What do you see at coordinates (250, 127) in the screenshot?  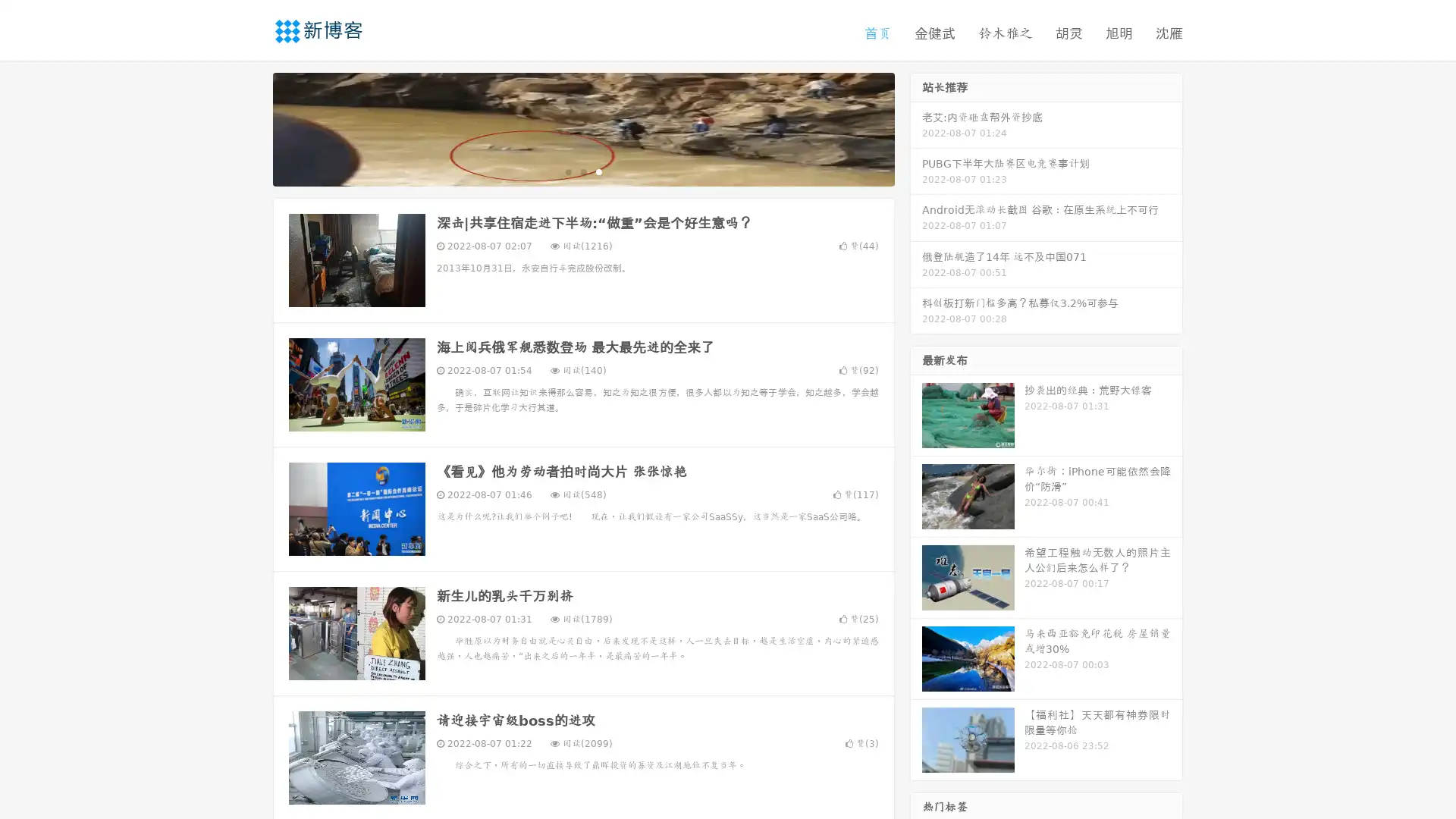 I see `Previous slide` at bounding box center [250, 127].